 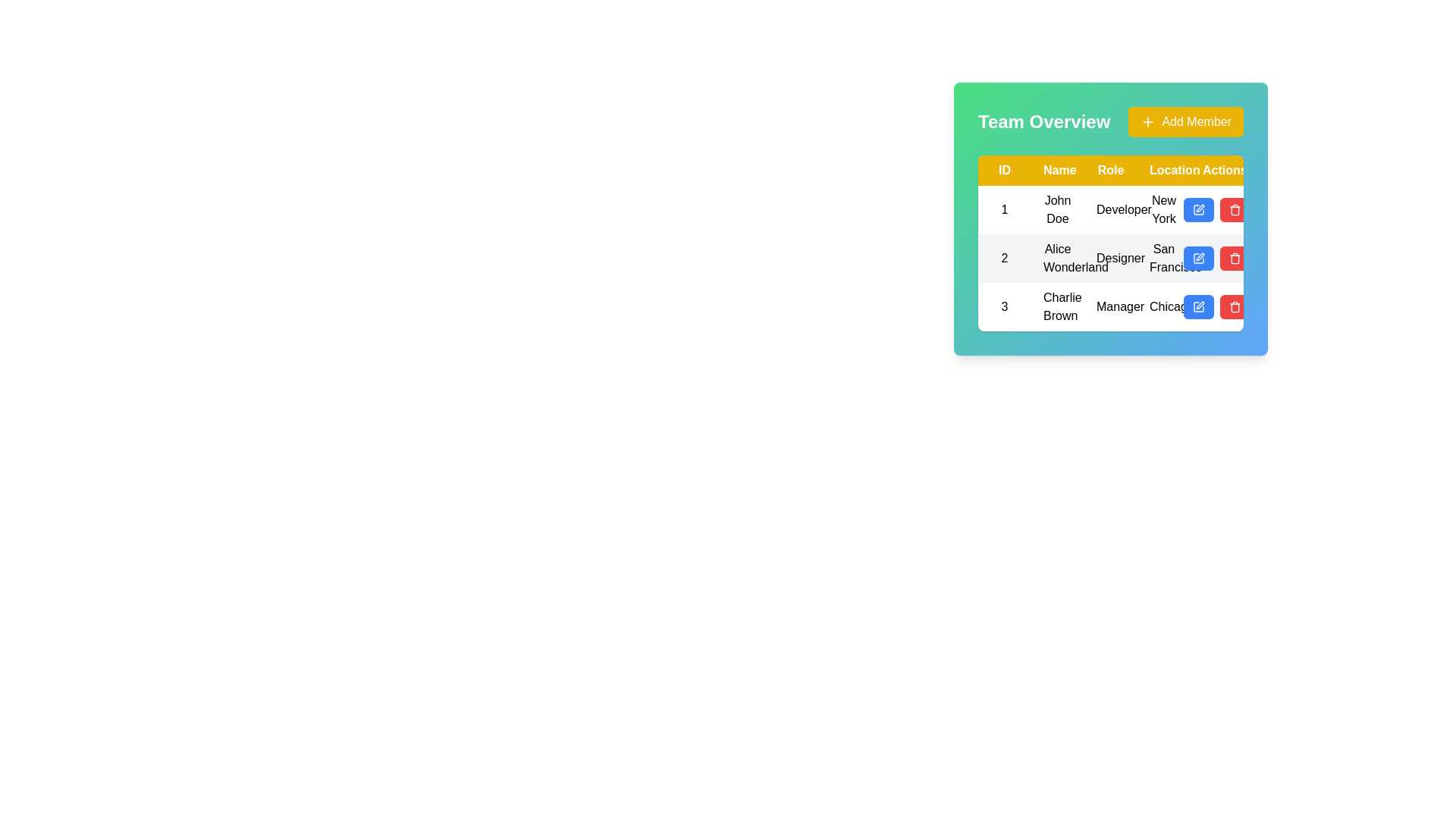 What do you see at coordinates (1004, 170) in the screenshot?
I see `the table header cell containing the text 'ID', which has a yellow background and is located at the top-left corner of the table grid` at bounding box center [1004, 170].